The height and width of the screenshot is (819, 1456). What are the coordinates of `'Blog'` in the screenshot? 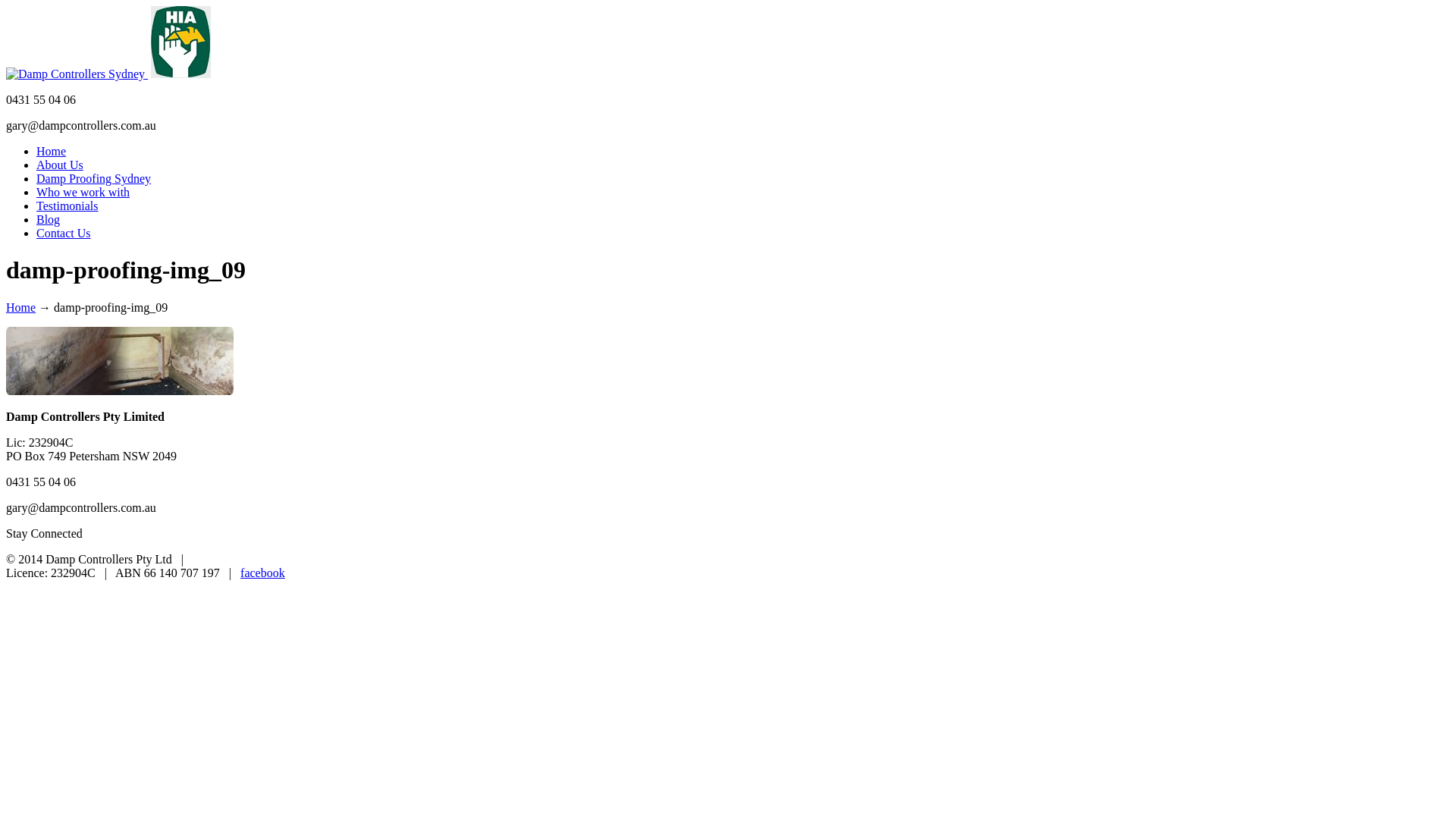 It's located at (48, 219).